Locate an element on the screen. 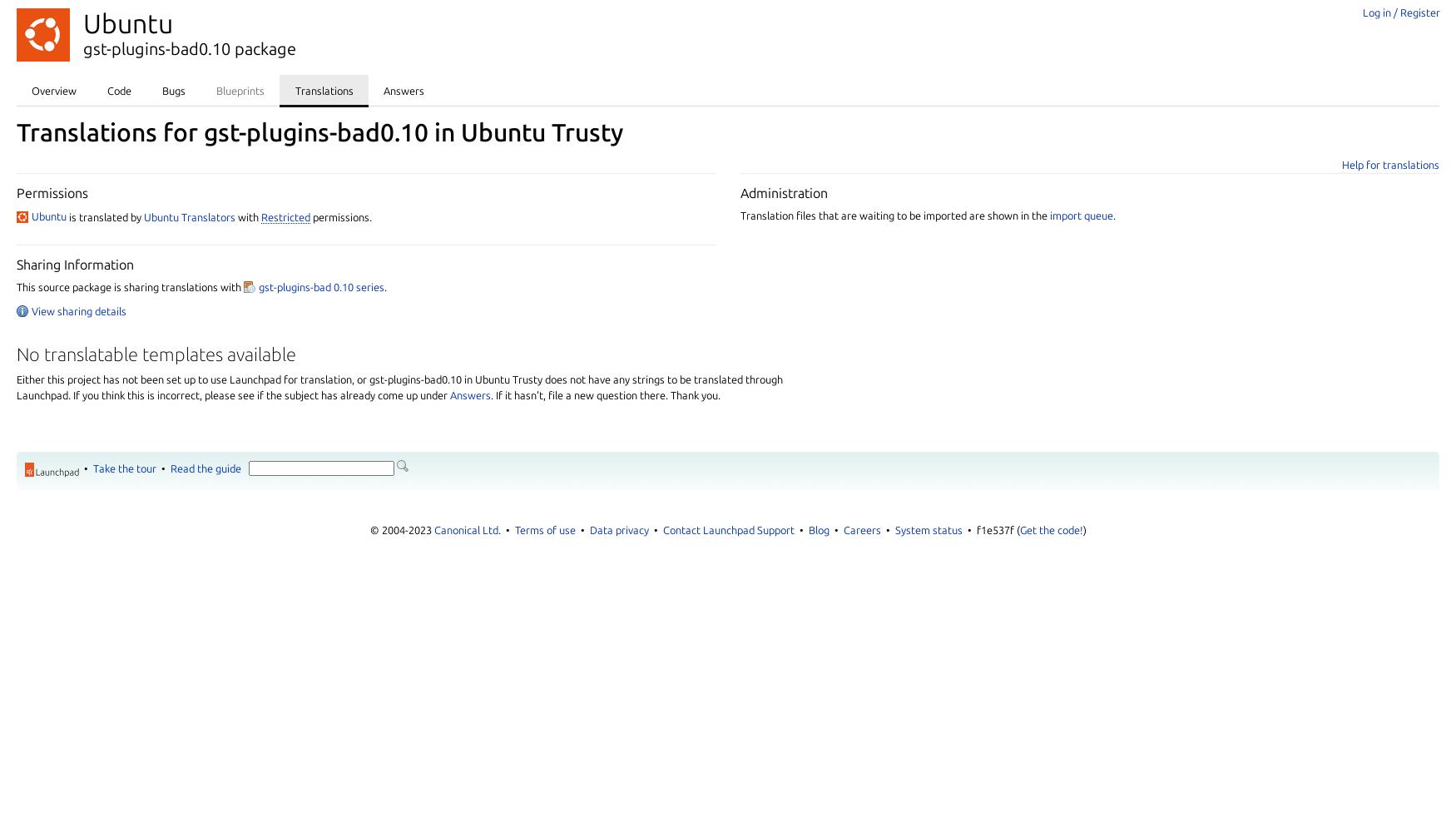 The width and height of the screenshot is (1456, 832). 'View sharing details' is located at coordinates (79, 310).